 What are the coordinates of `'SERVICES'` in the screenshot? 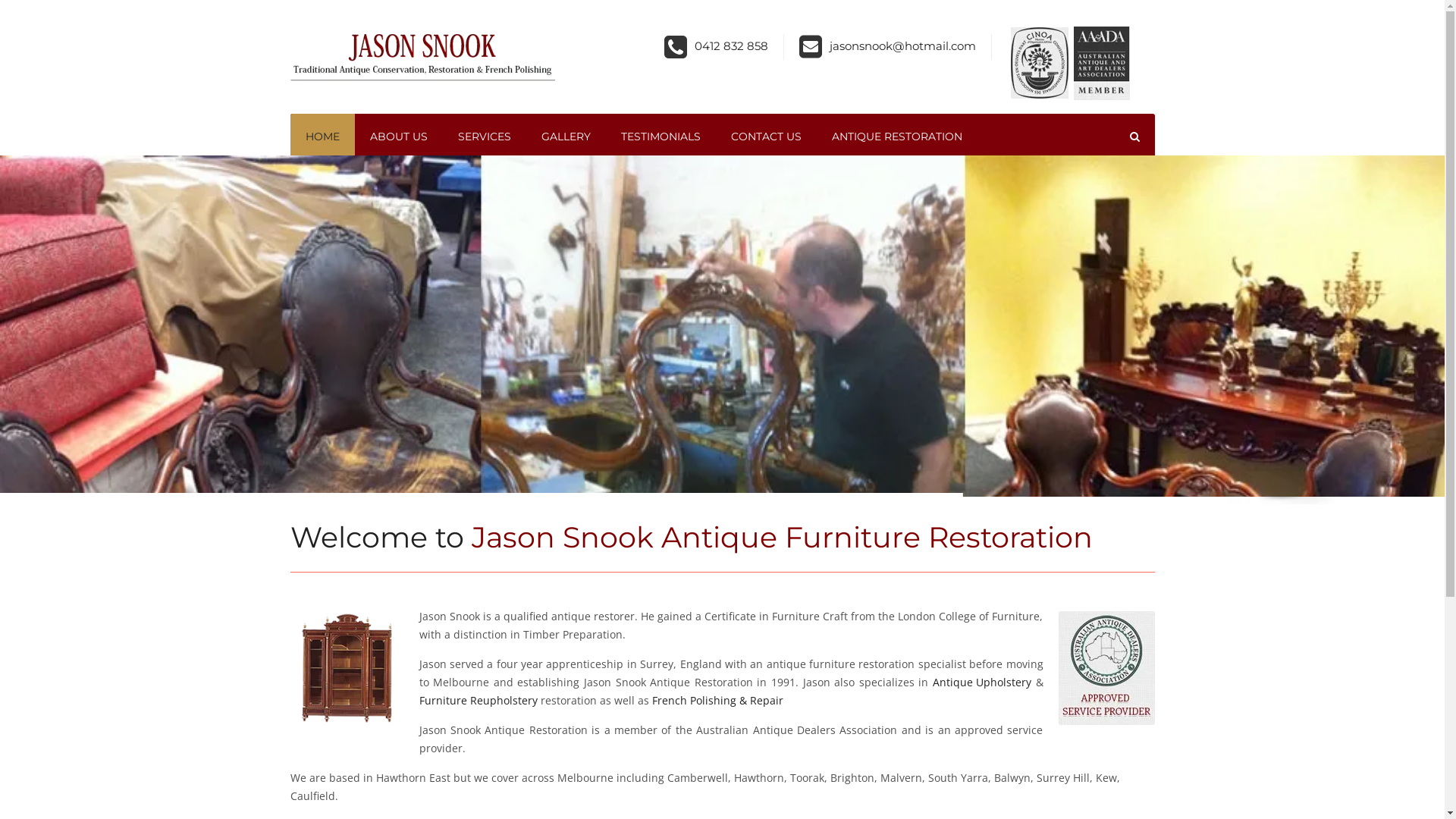 It's located at (442, 136).